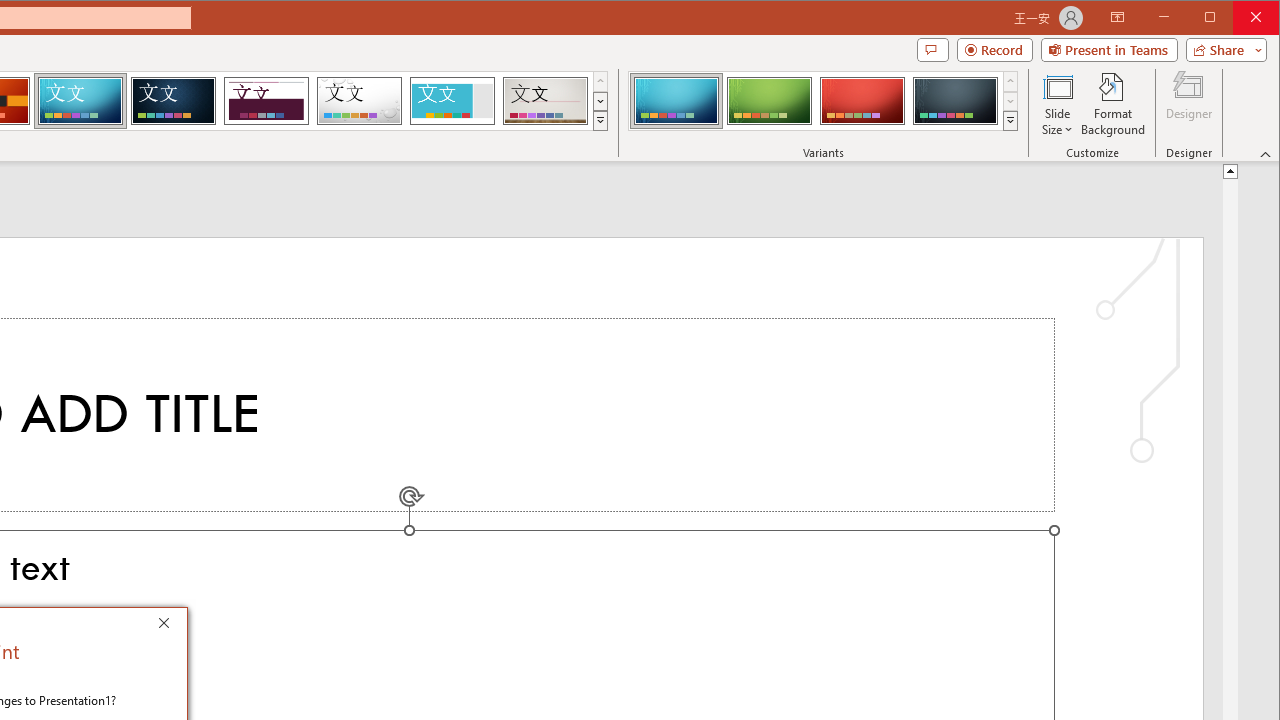 This screenshot has height=720, width=1280. What do you see at coordinates (265, 100) in the screenshot?
I see `'Dividend'` at bounding box center [265, 100].